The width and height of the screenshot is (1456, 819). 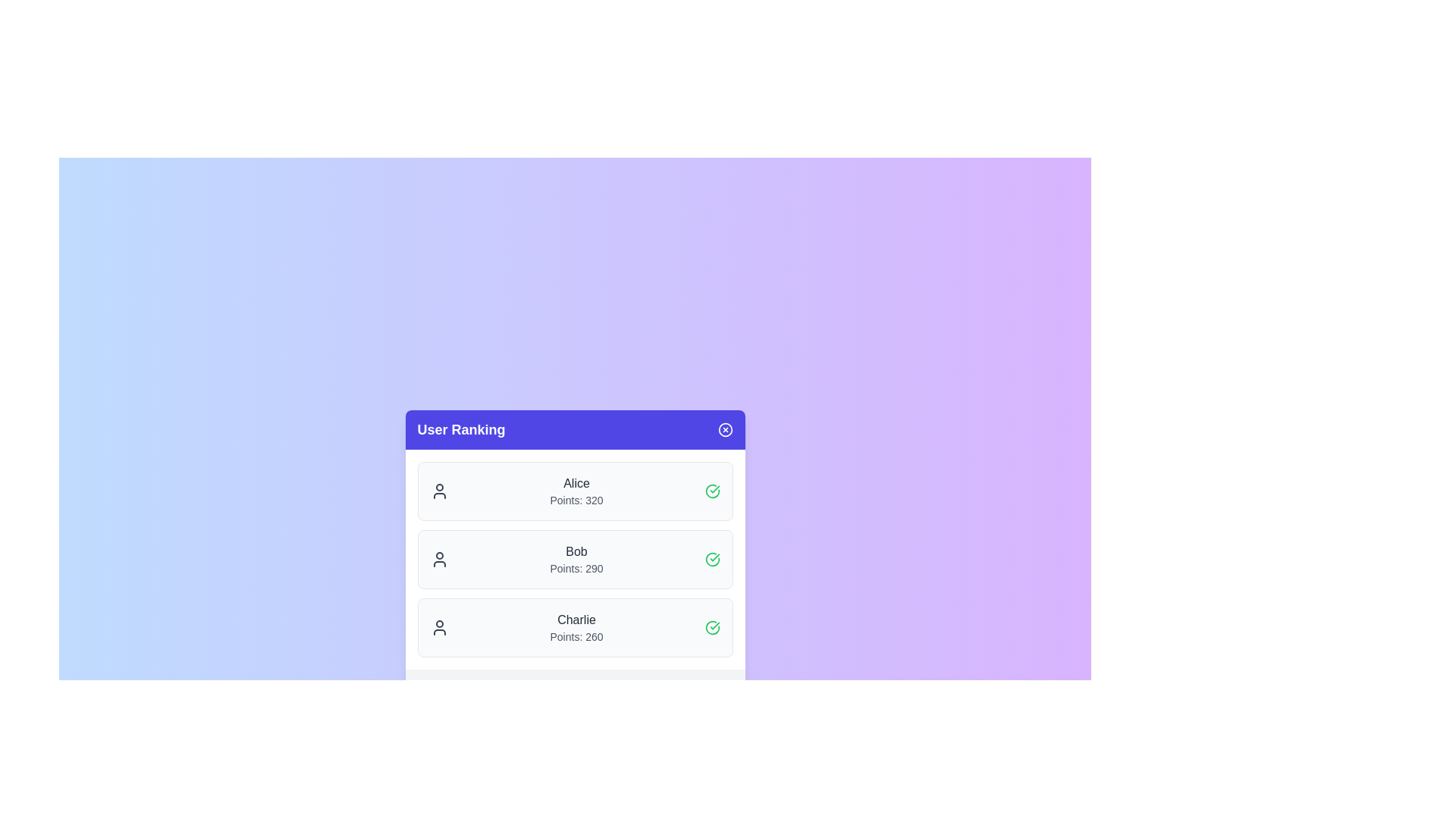 What do you see at coordinates (724, 430) in the screenshot?
I see `the close button to close the dialog` at bounding box center [724, 430].